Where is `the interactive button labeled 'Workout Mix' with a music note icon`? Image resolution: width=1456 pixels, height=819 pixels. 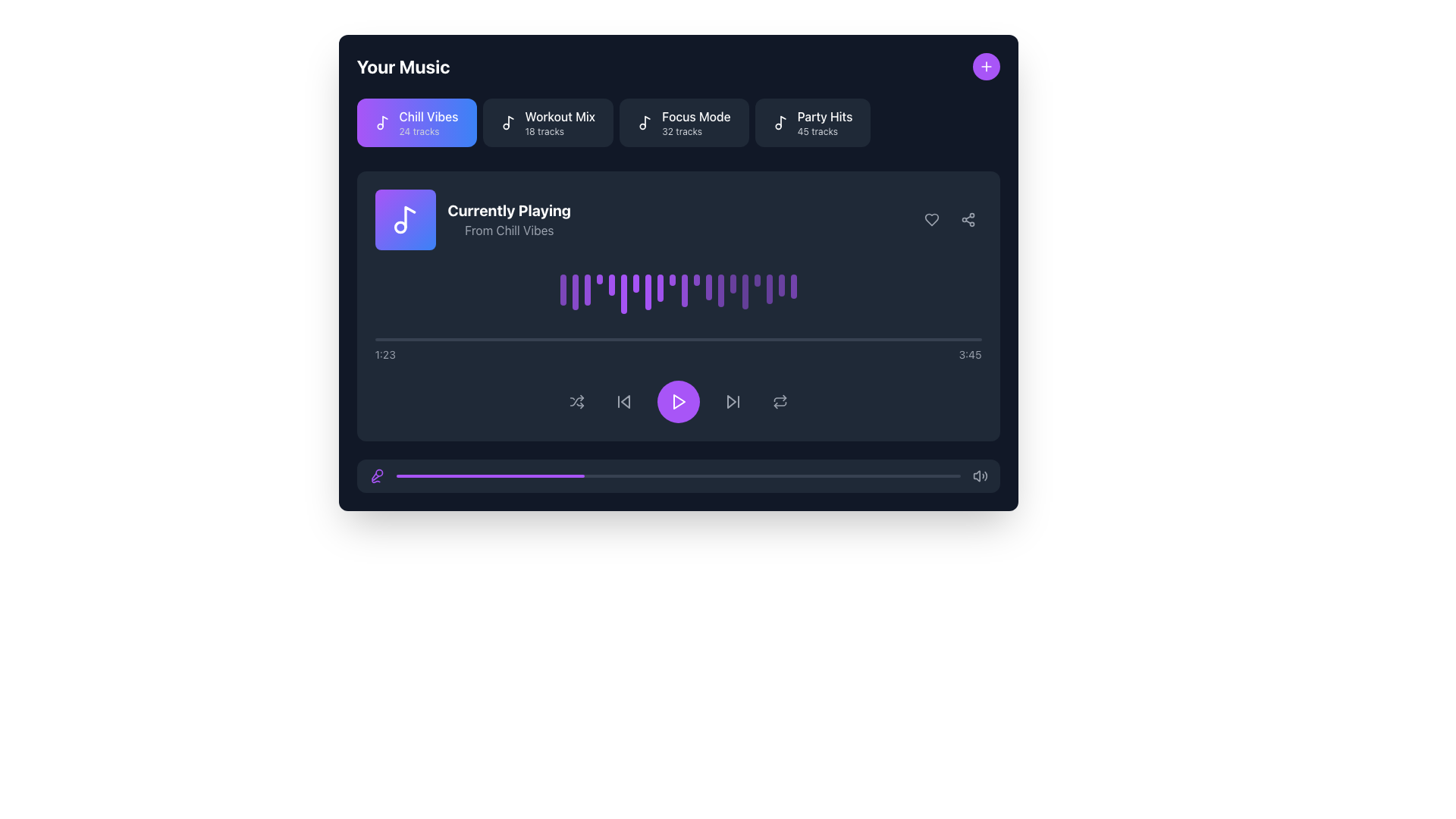
the interactive button labeled 'Workout Mix' with a music note icon is located at coordinates (547, 122).